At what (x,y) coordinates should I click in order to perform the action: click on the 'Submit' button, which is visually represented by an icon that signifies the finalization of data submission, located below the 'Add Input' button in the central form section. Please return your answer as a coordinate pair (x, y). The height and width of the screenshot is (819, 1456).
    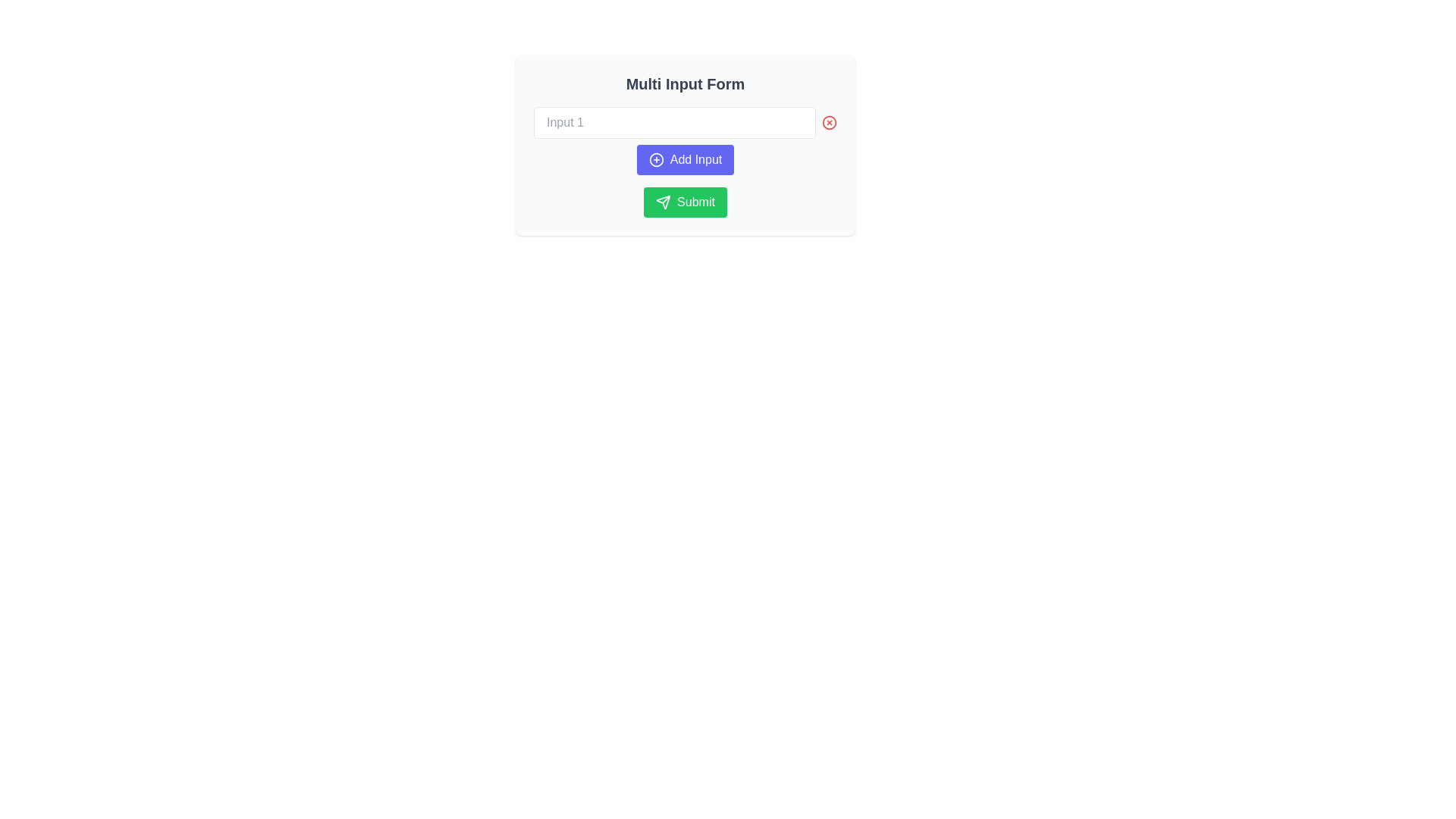
    Looking at the image, I should click on (664, 201).